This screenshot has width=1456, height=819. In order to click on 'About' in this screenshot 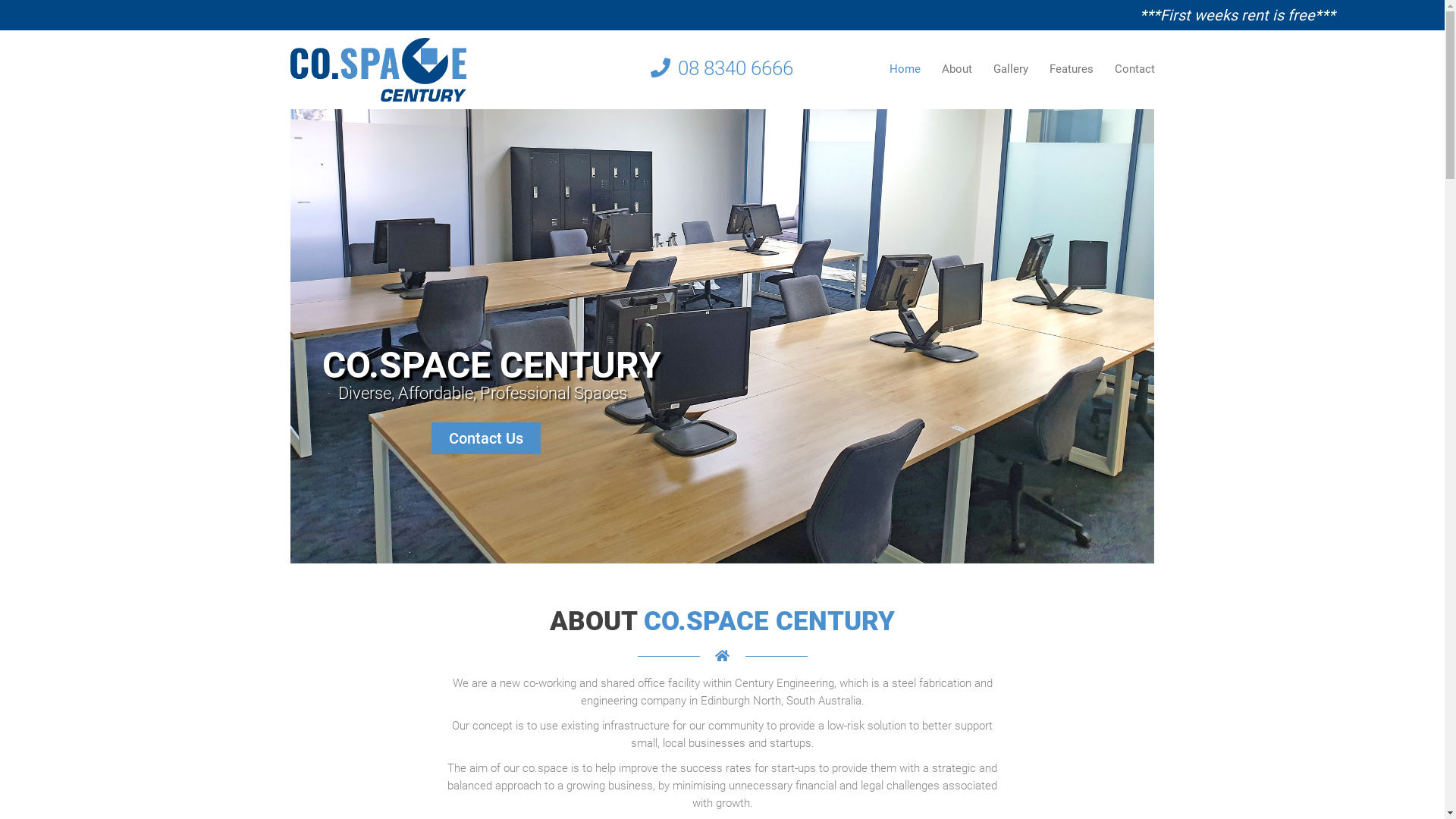, I will do `click(930, 69)`.